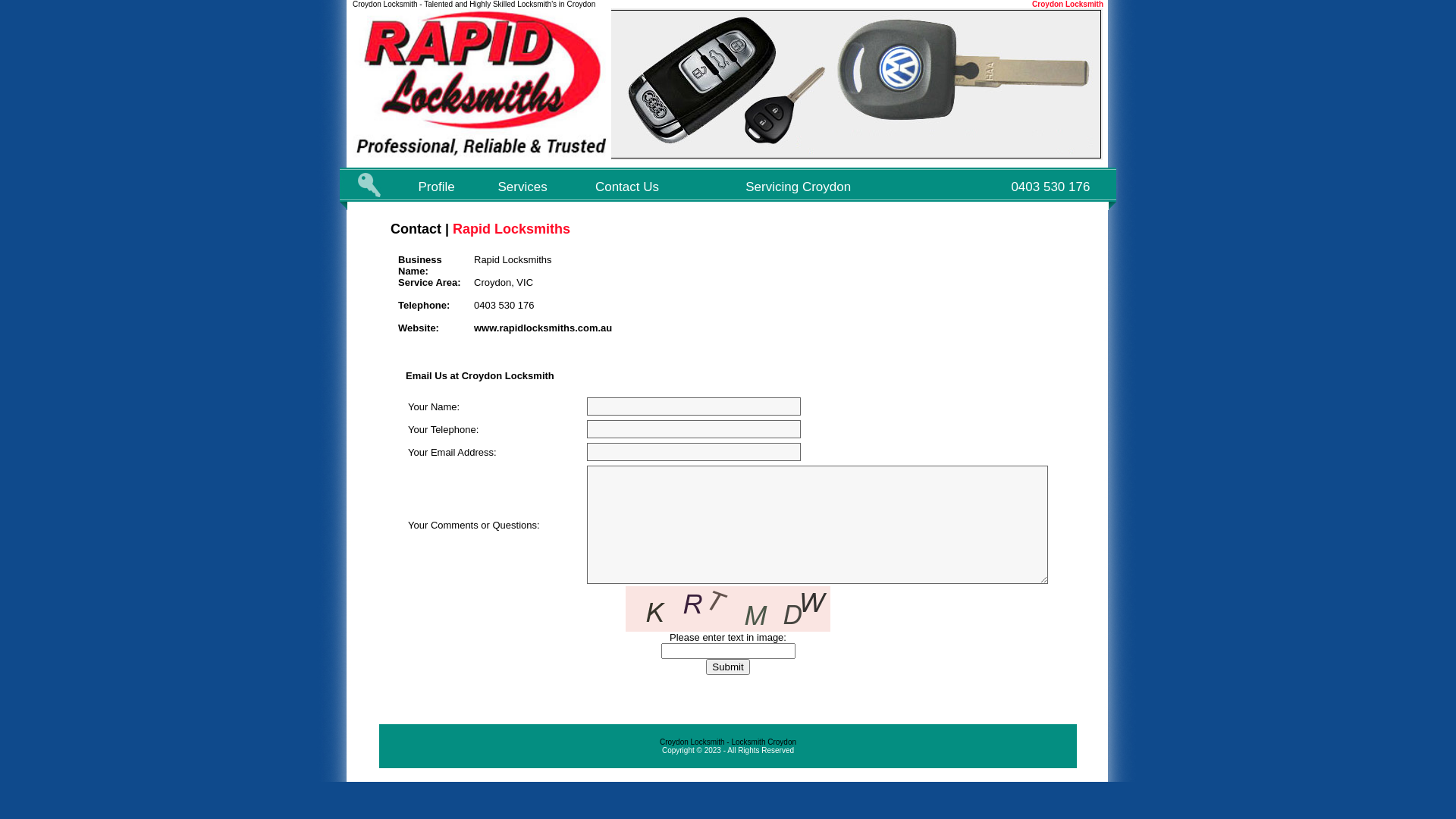  What do you see at coordinates (522, 185) in the screenshot?
I see `'Services'` at bounding box center [522, 185].